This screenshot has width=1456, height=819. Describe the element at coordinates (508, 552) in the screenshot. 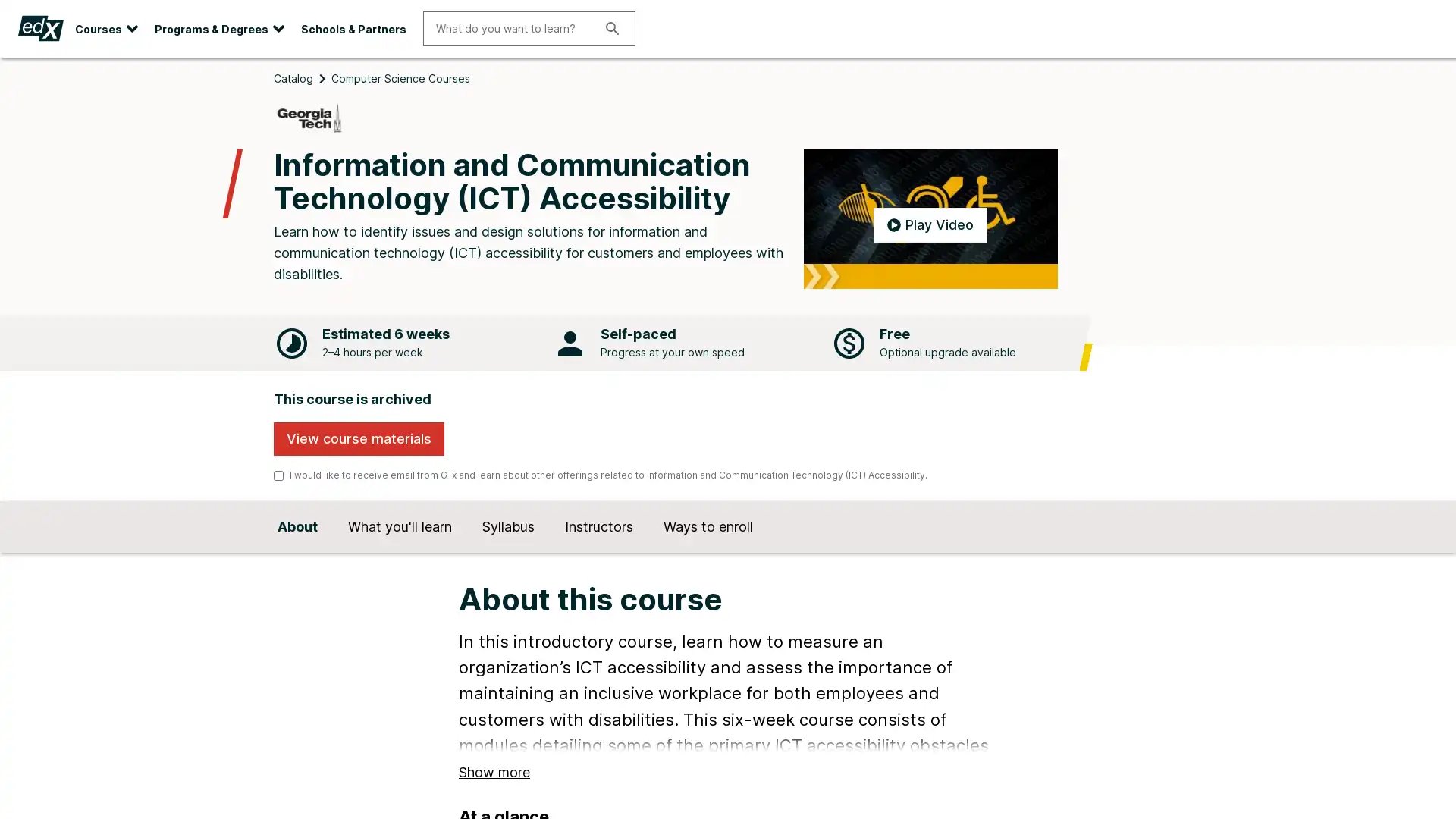

I see `Syllabus` at that location.